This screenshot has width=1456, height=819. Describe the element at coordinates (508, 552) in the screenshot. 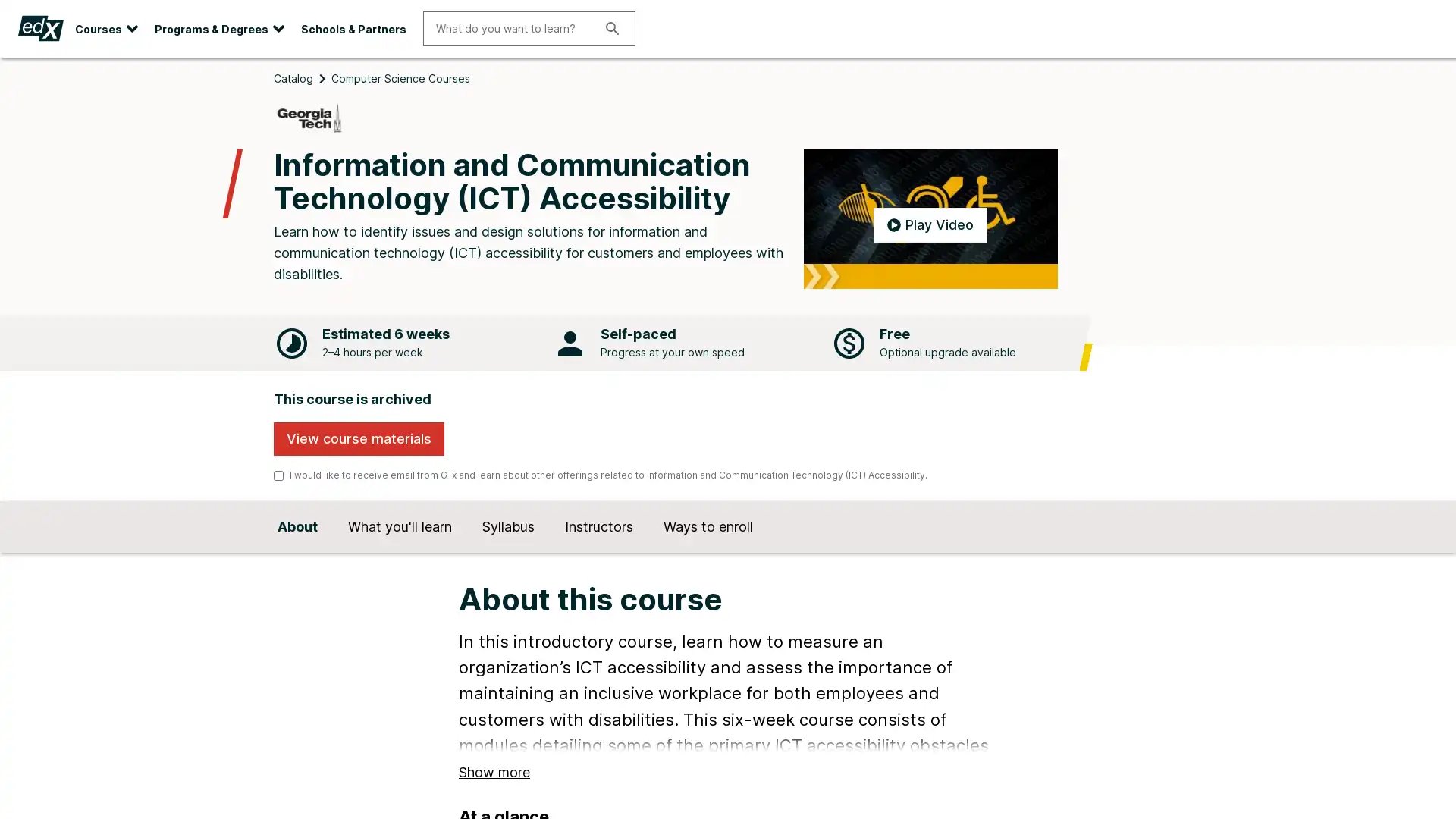

I see `Syllabus` at that location.